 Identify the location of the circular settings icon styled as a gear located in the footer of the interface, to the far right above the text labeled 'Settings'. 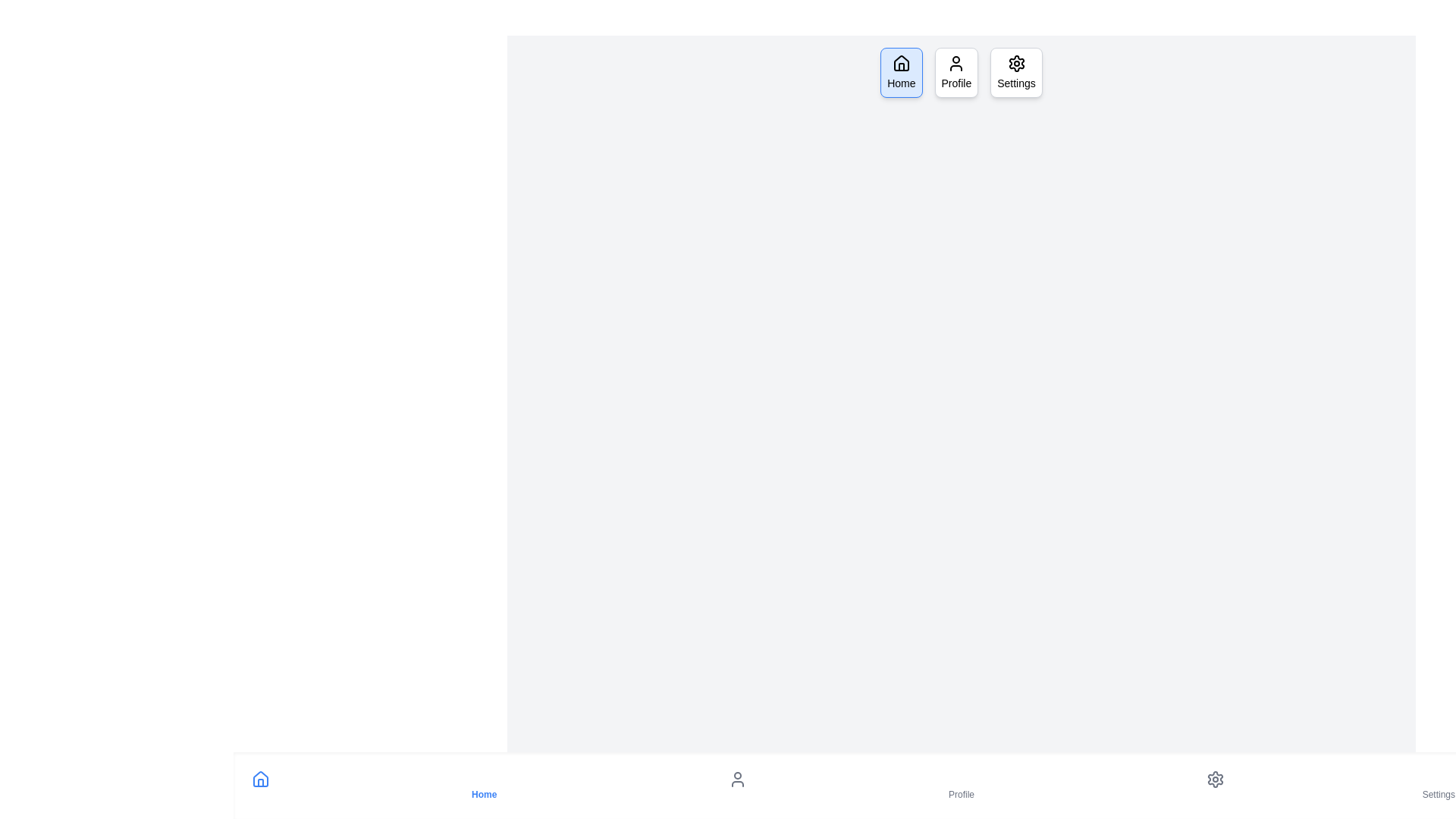
(1215, 780).